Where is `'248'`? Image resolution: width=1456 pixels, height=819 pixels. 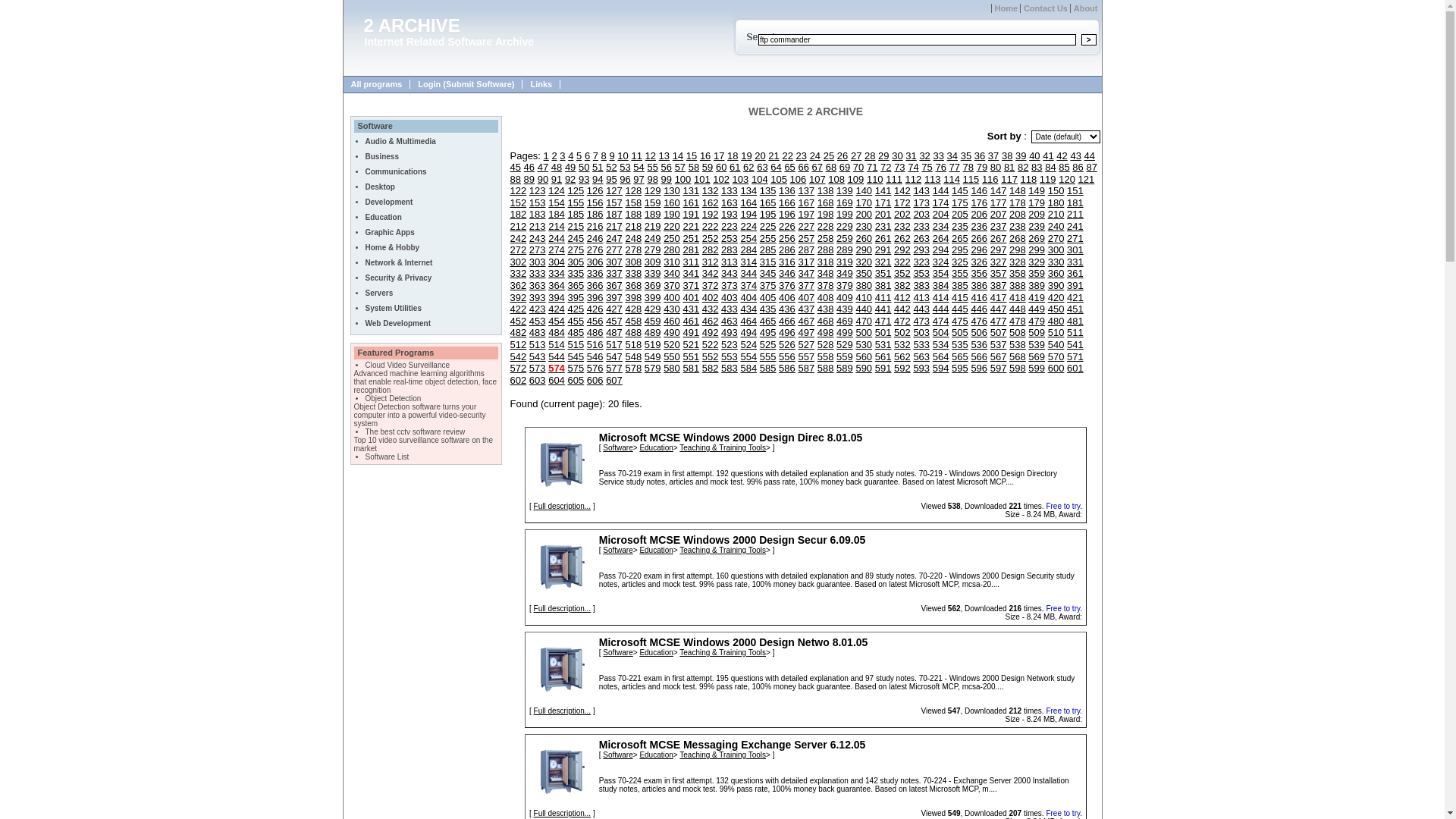
'248' is located at coordinates (625, 238).